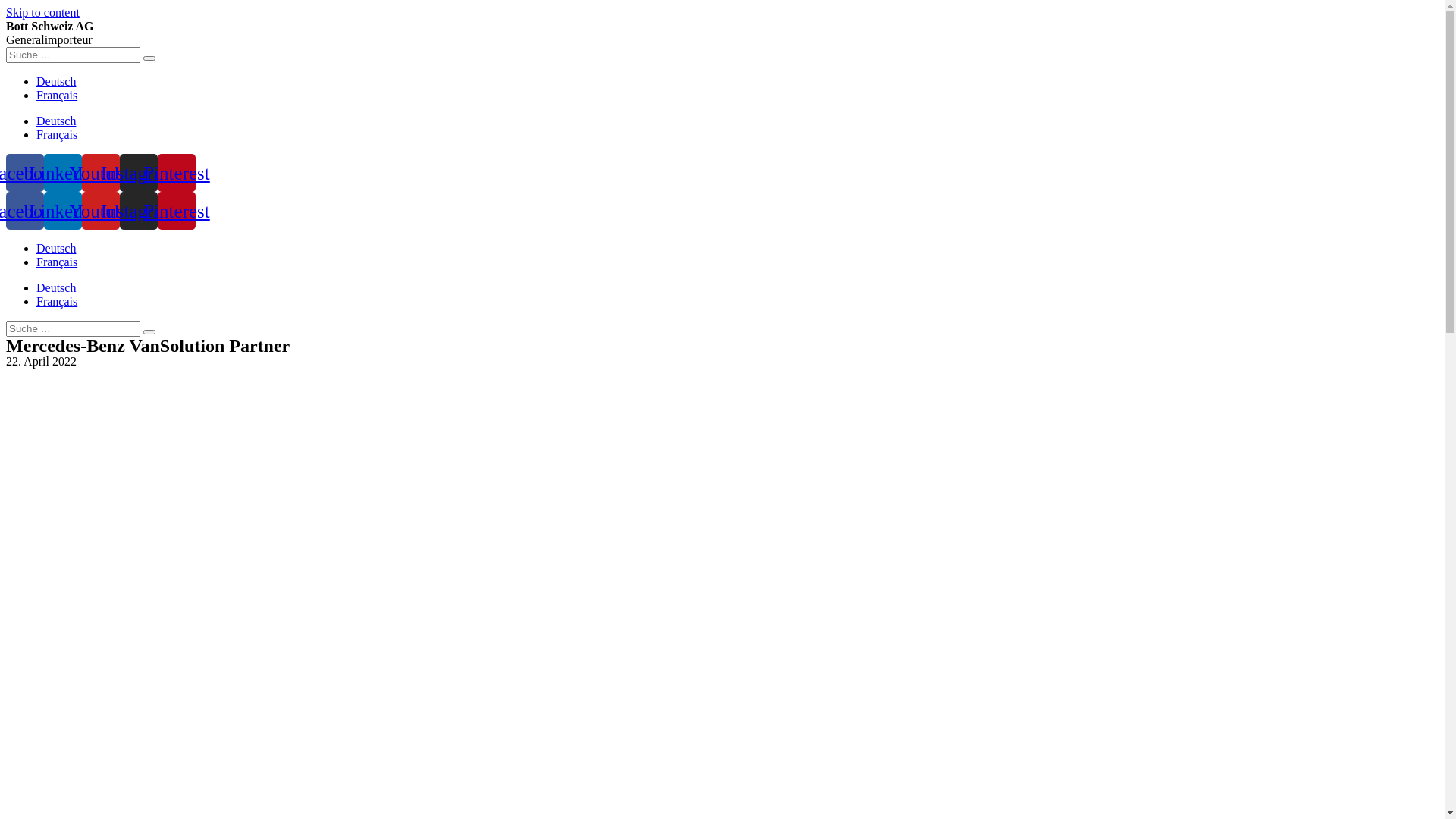  What do you see at coordinates (55, 120) in the screenshot?
I see `'Deutsch'` at bounding box center [55, 120].